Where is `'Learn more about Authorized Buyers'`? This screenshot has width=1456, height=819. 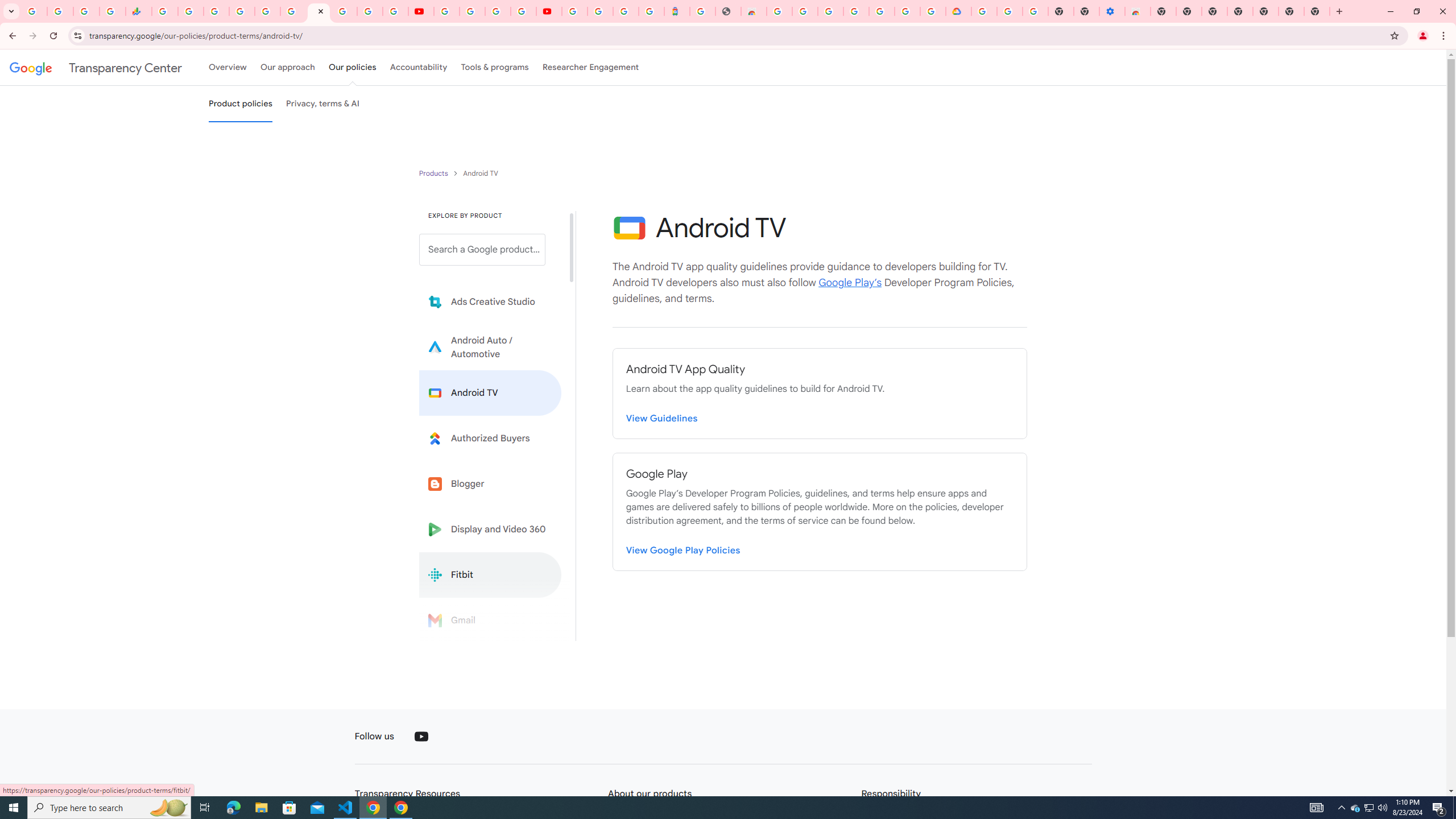 'Learn more about Authorized Buyers' is located at coordinates (490, 438).